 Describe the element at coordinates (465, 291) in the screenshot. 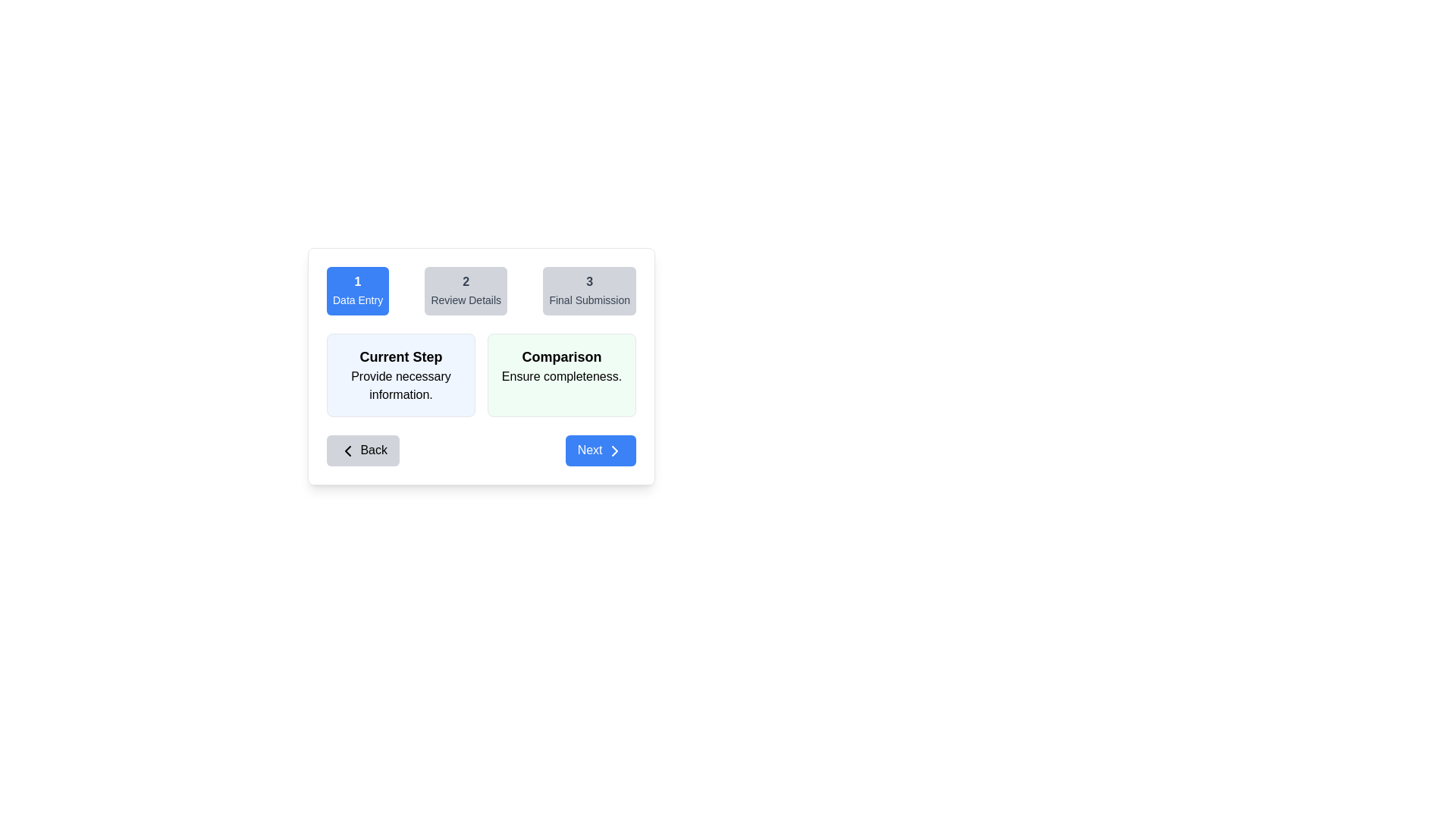

I see `the static informational component indicating step 2, which has a light gray background and displays '2' and 'Review Details' text` at that location.